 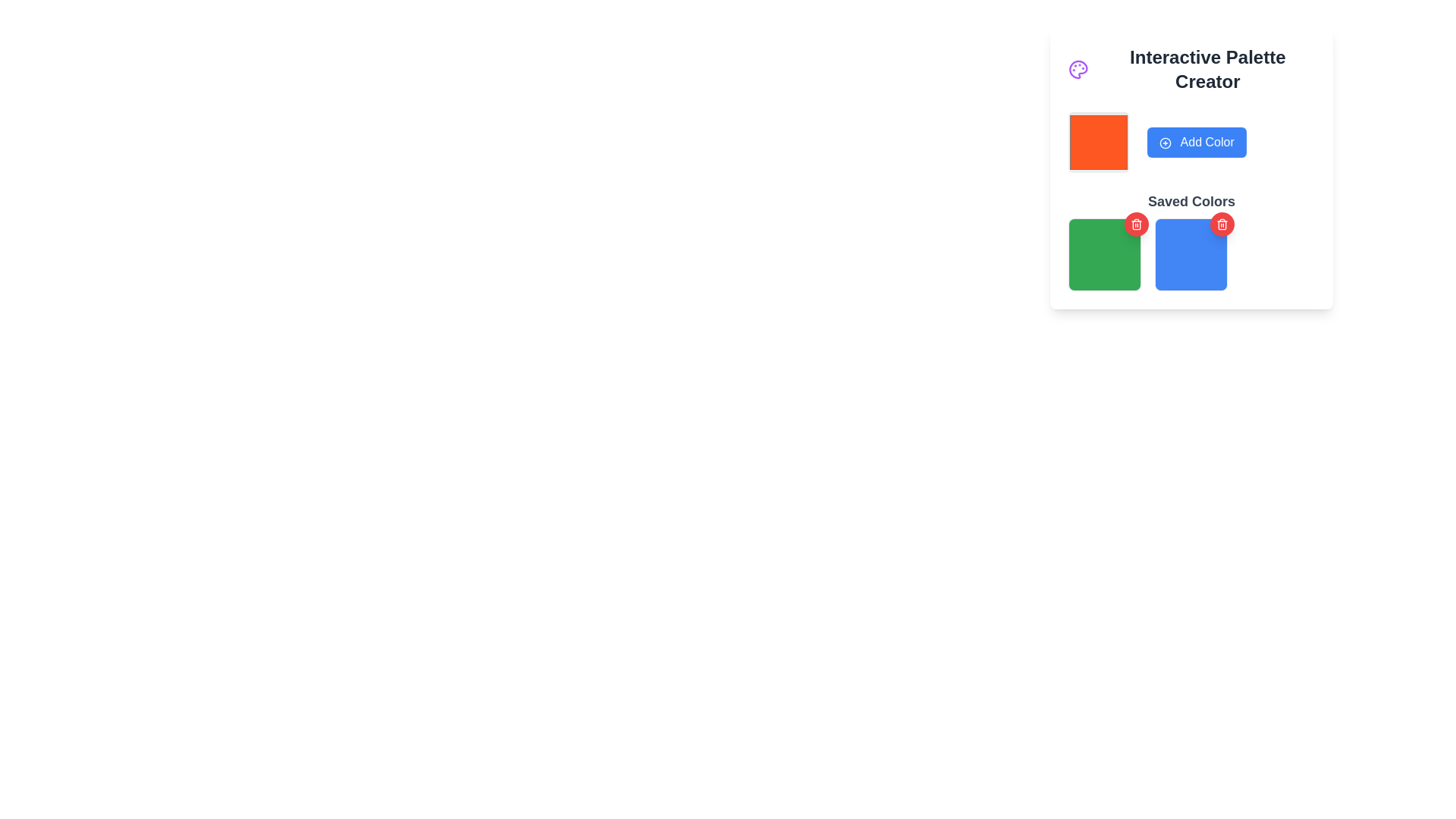 What do you see at coordinates (1191, 240) in the screenshot?
I see `the color block element in the 'Interactive Palette Creator' interface, specifically the second grid item under 'Saved Colors'` at bounding box center [1191, 240].